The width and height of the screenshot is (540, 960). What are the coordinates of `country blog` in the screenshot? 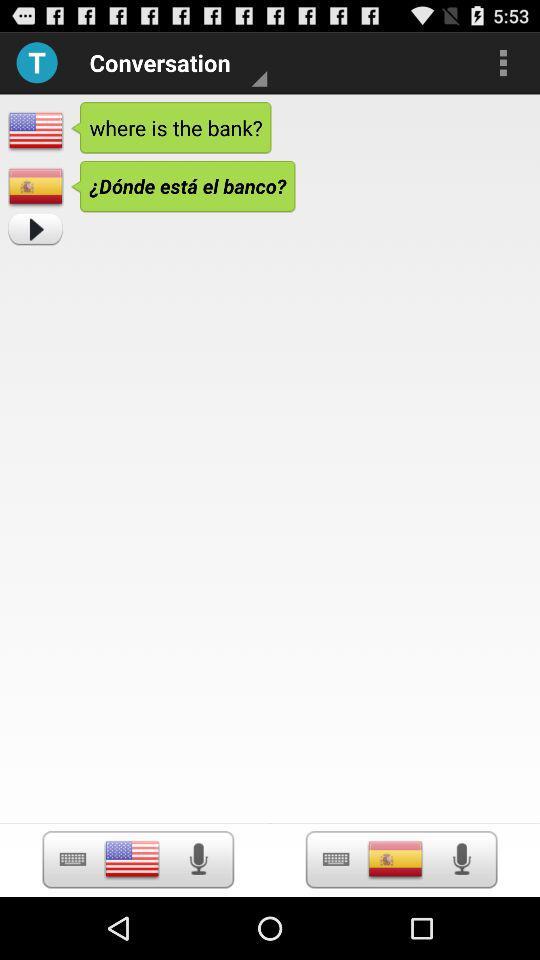 It's located at (395, 858).